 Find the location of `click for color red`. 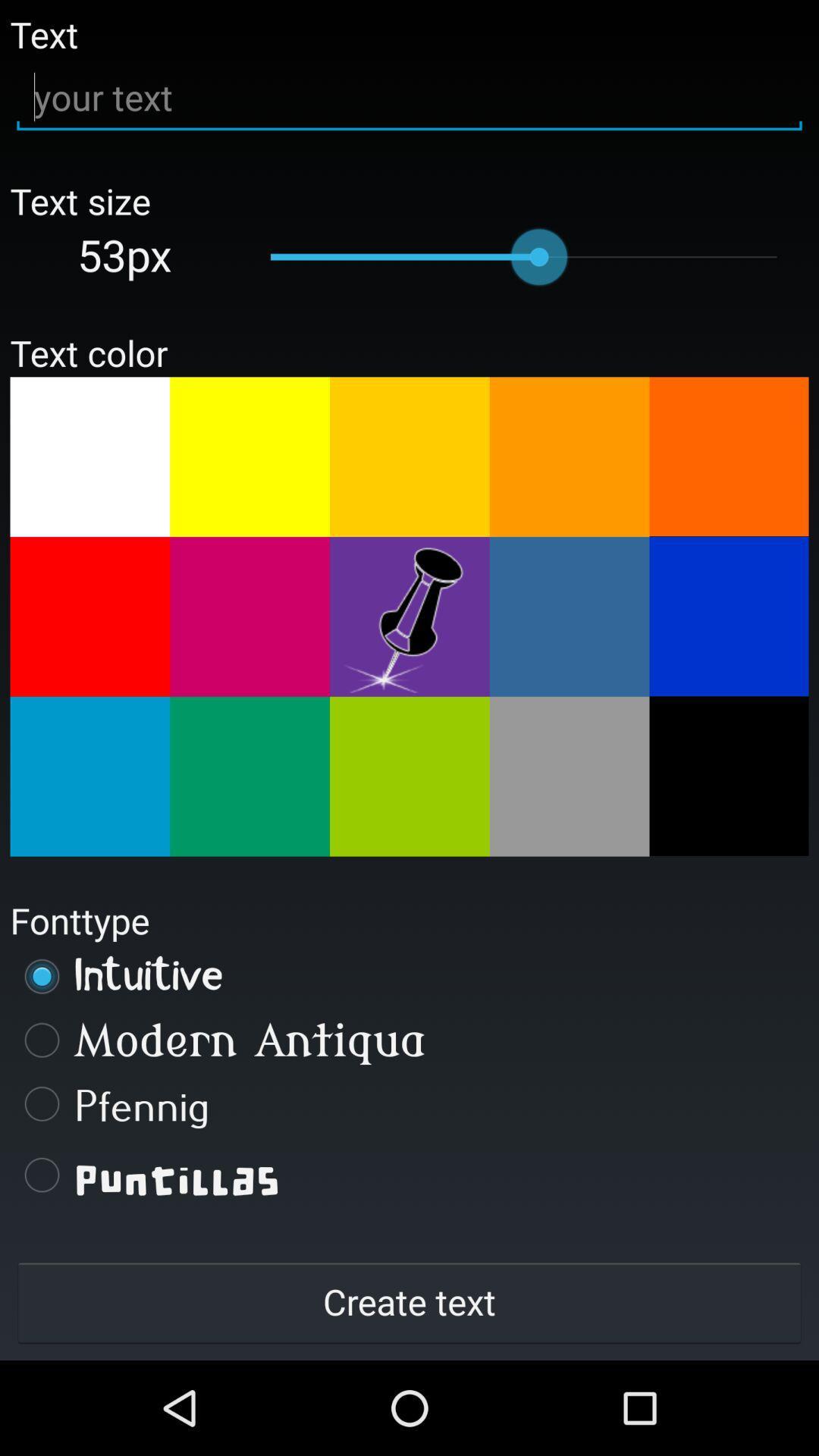

click for color red is located at coordinates (89, 617).